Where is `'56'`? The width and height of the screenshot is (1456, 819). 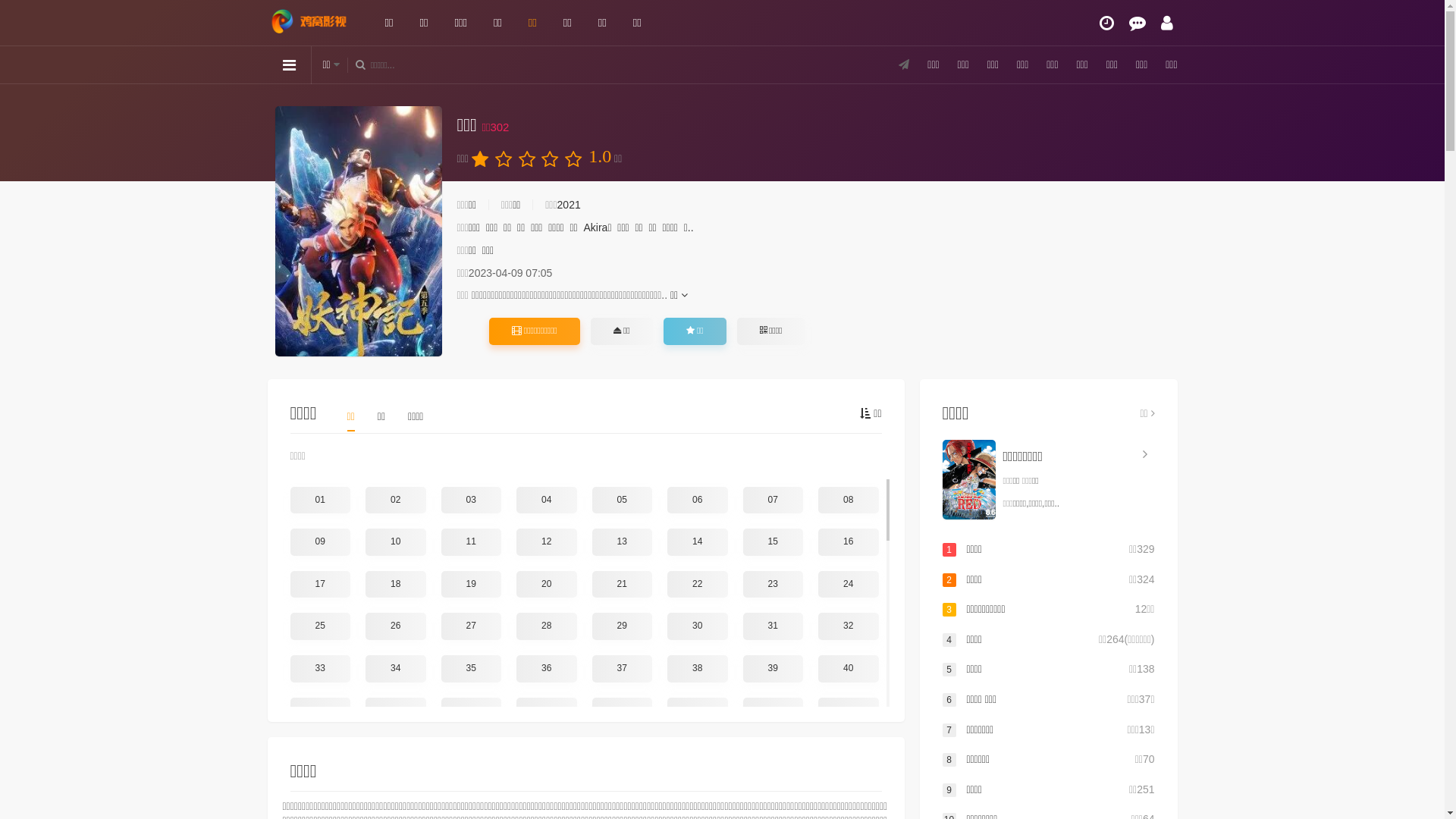
'56' is located at coordinates (847, 752).